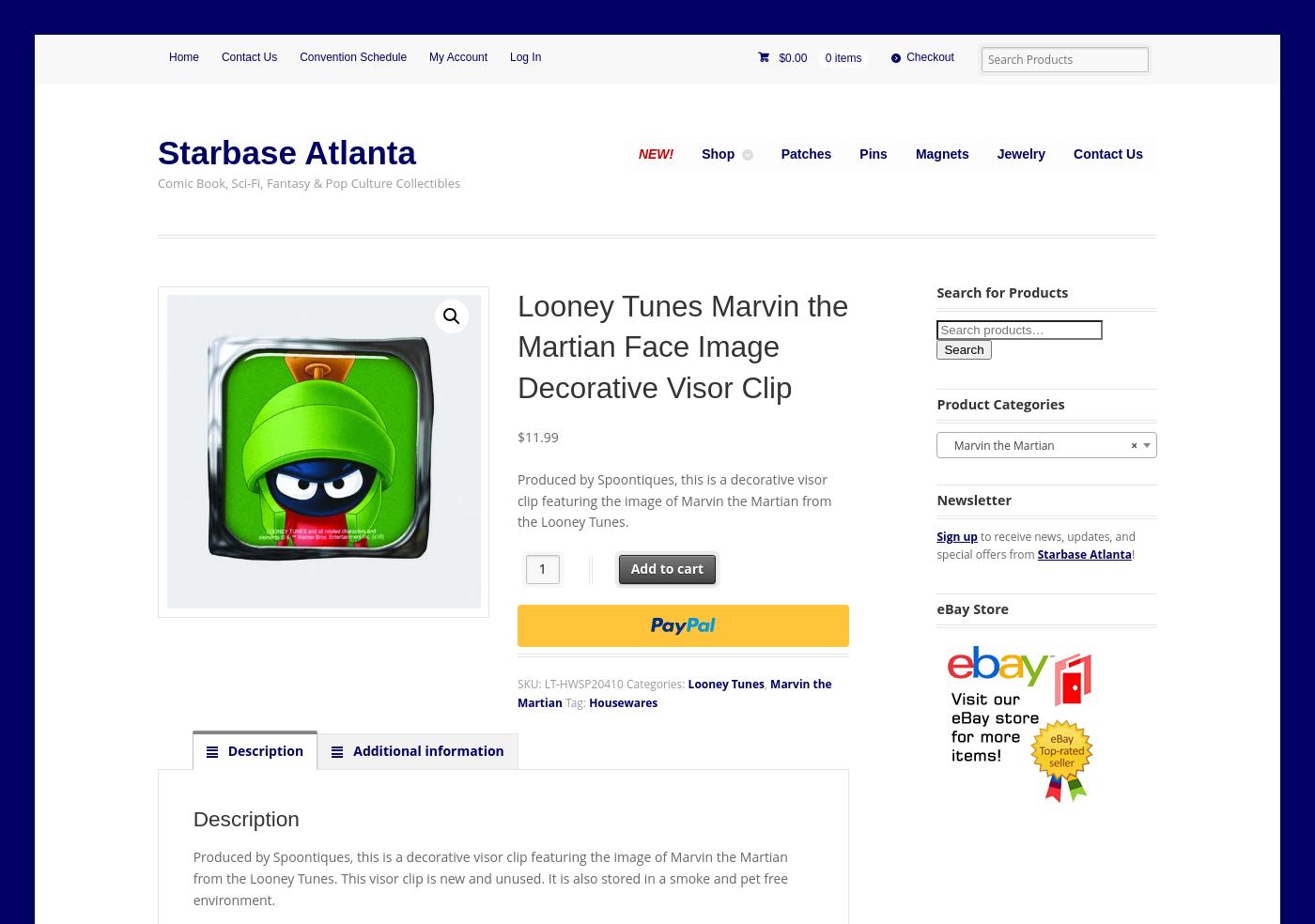 This screenshot has height=924, width=1315. What do you see at coordinates (638, 153) in the screenshot?
I see `'NEW!'` at bounding box center [638, 153].